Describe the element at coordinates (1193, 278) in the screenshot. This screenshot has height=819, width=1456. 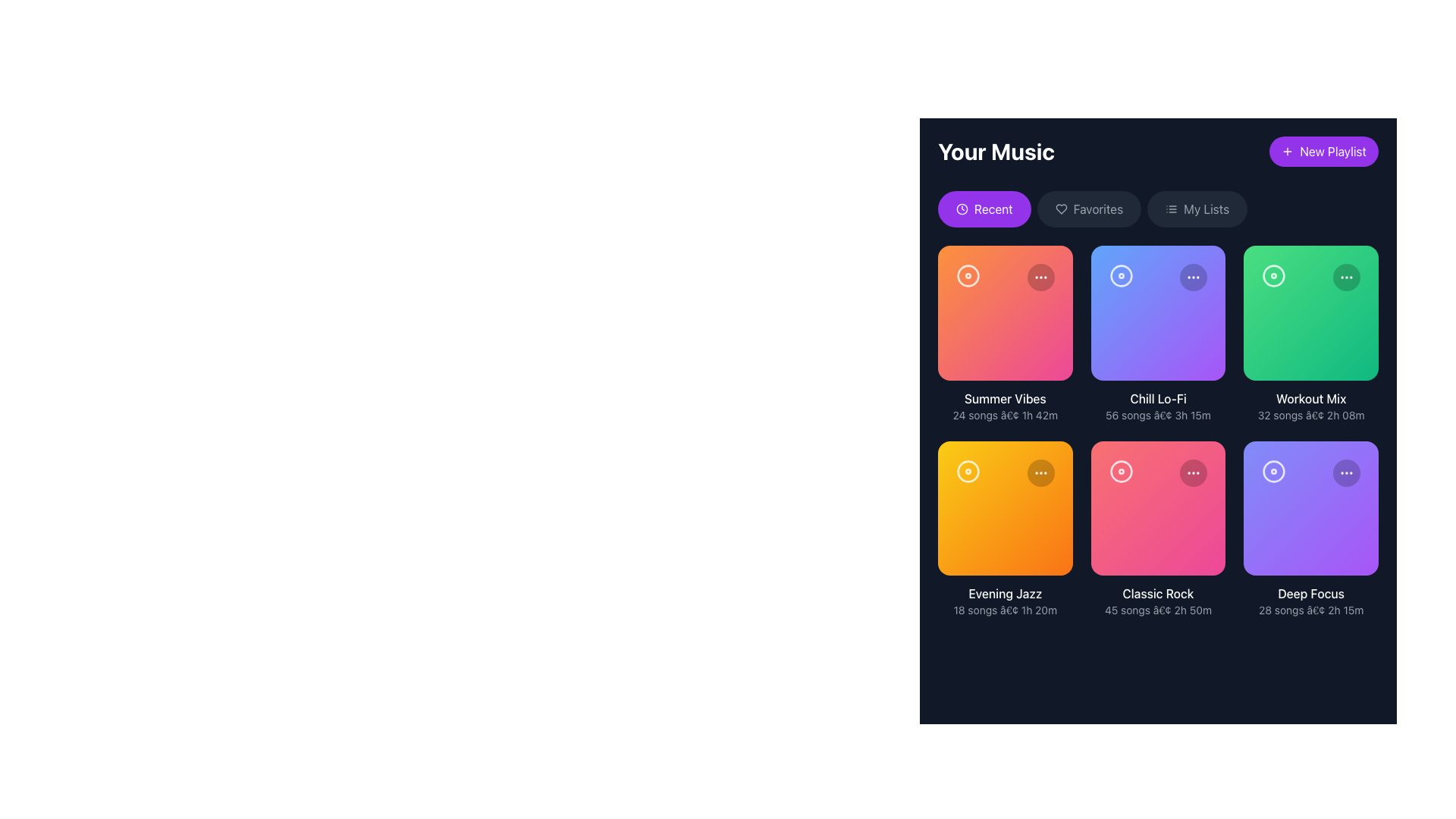
I see `the circular button with a transparent black background and three small white dots located in the top-right corner of the 'Chill Lo-Fi' card in the music playlist section` at that location.